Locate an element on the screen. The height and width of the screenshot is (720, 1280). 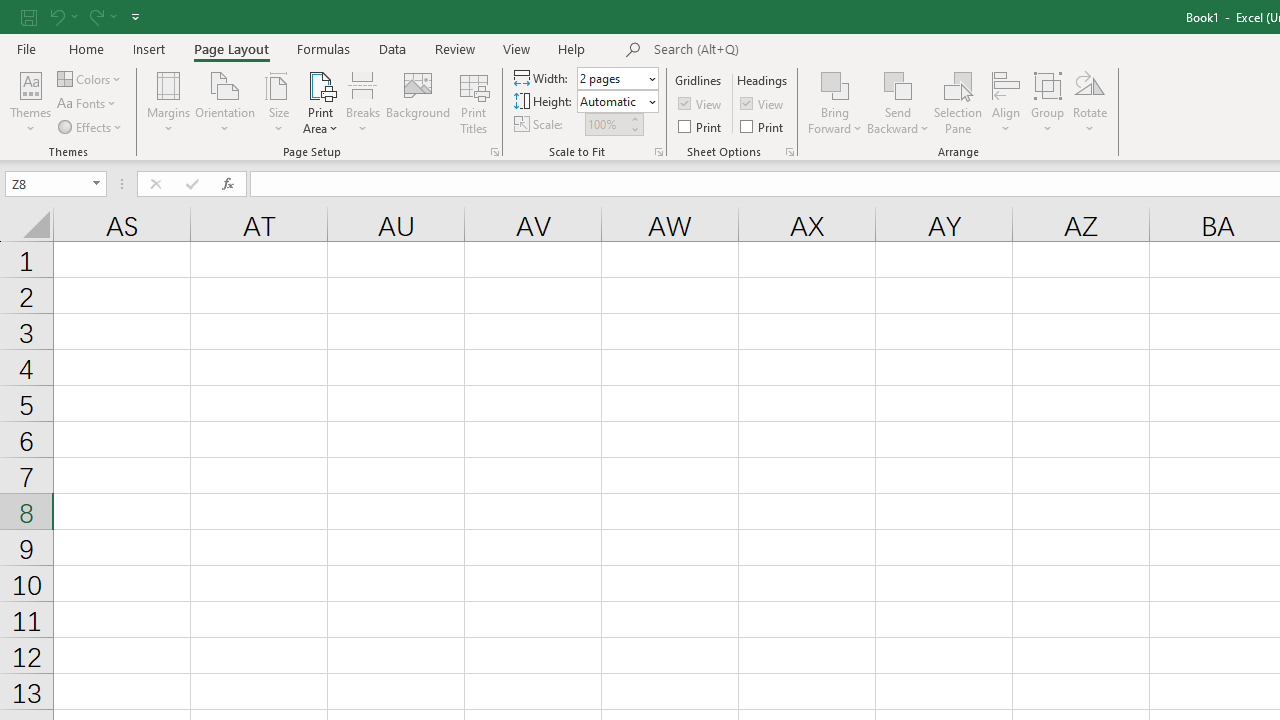
'Breaks' is located at coordinates (362, 103).